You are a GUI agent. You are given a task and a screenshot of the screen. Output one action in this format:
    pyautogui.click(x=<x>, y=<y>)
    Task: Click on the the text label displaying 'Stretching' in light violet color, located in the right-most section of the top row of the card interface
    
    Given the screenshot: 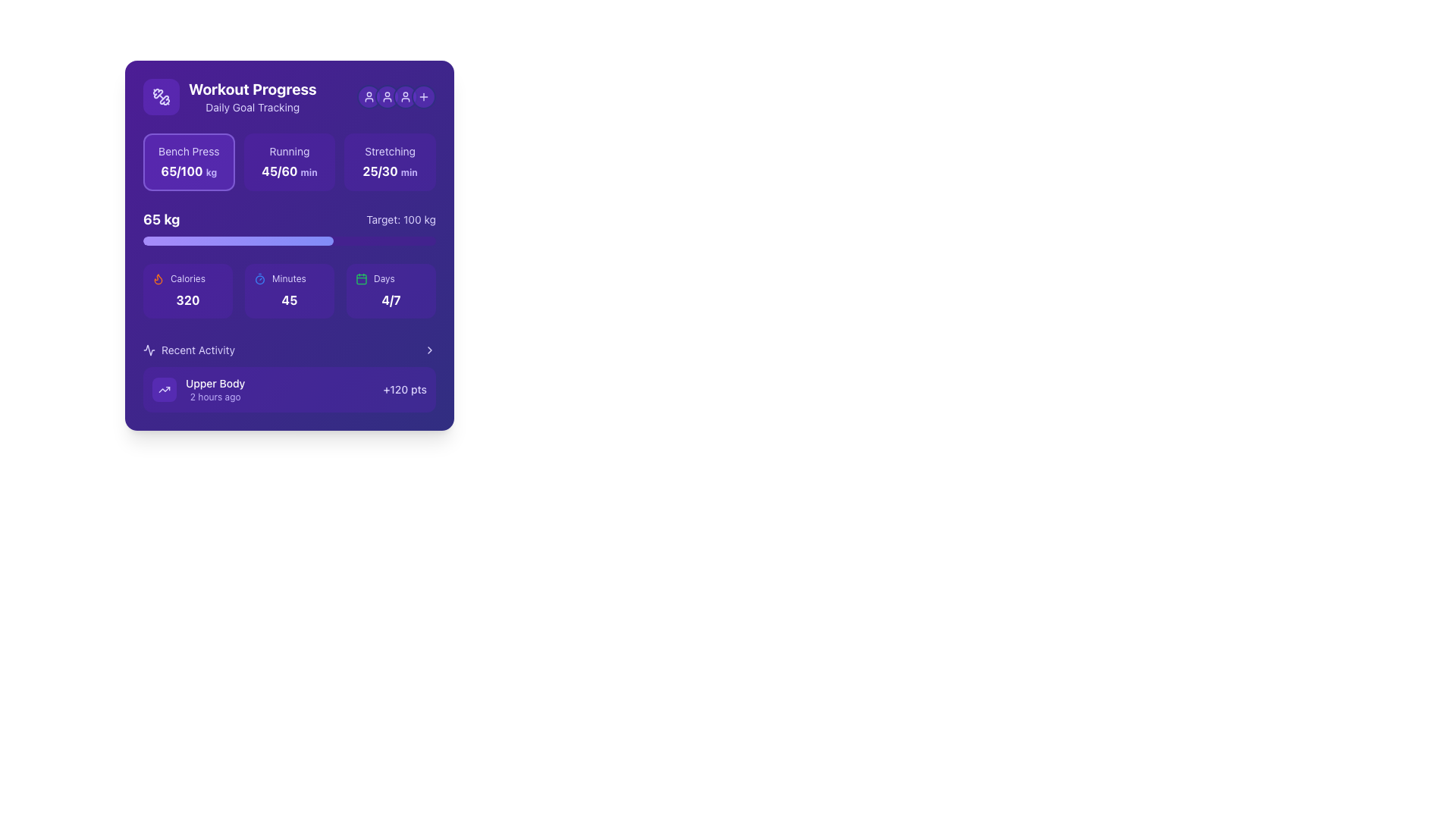 What is the action you would take?
    pyautogui.click(x=390, y=152)
    